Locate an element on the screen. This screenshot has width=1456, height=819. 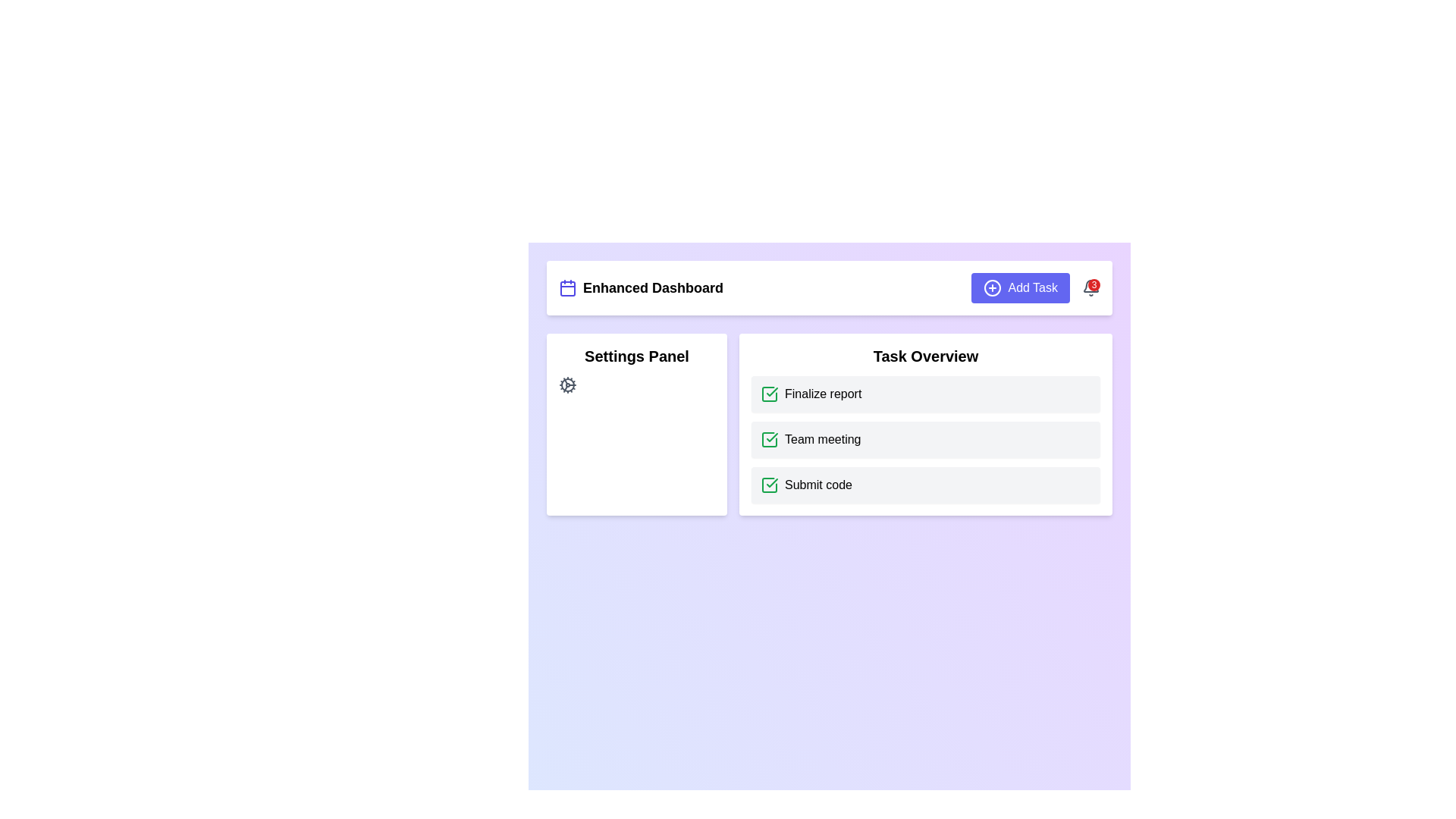
the small rounded rectangle graphical icon component resembling a calendar's day cell, located left of the title 'Enhanced Dashboard' in the header bar is located at coordinates (566, 289).